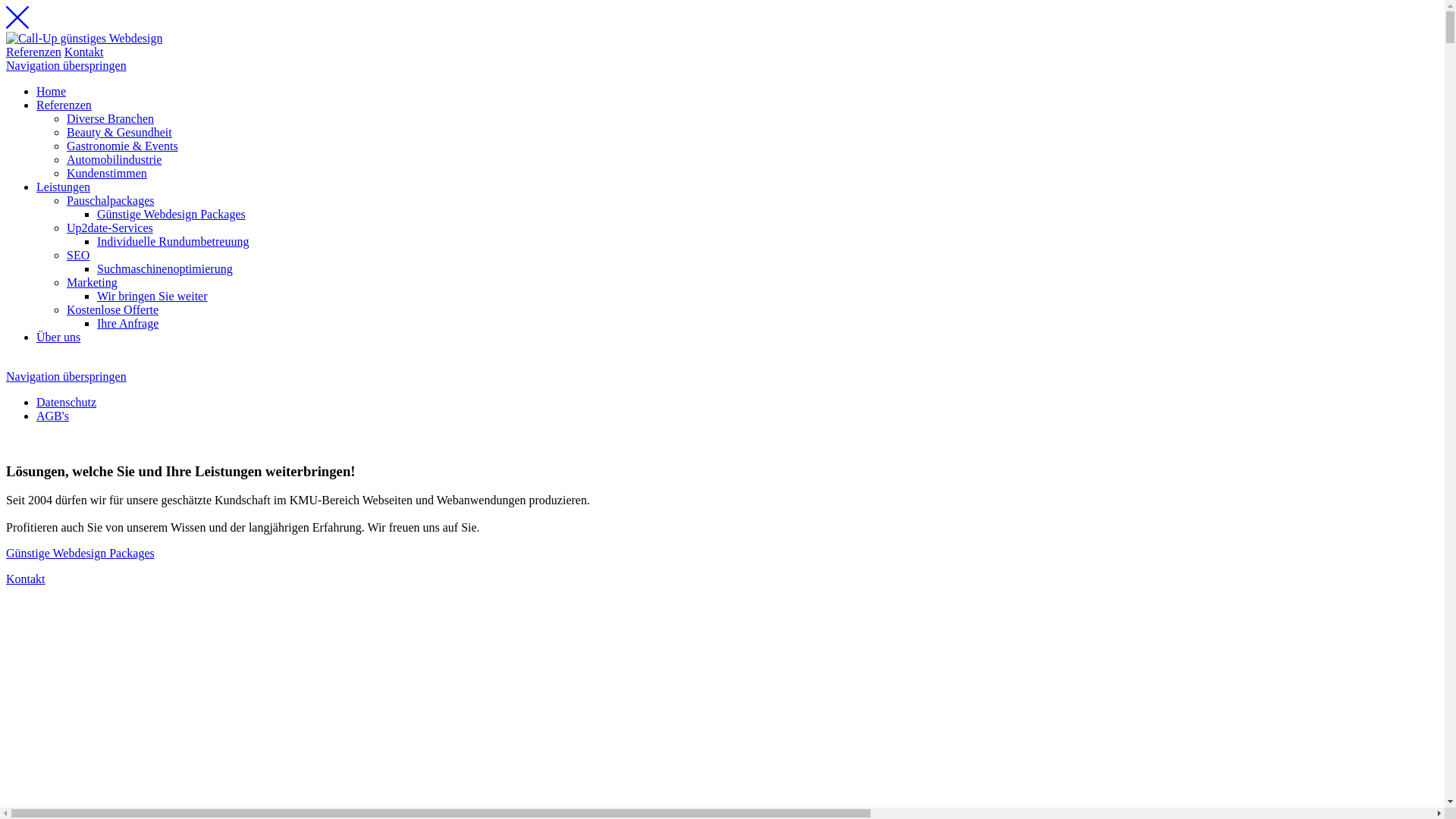 The width and height of the screenshot is (1456, 819). What do you see at coordinates (51, 91) in the screenshot?
I see `'Home'` at bounding box center [51, 91].